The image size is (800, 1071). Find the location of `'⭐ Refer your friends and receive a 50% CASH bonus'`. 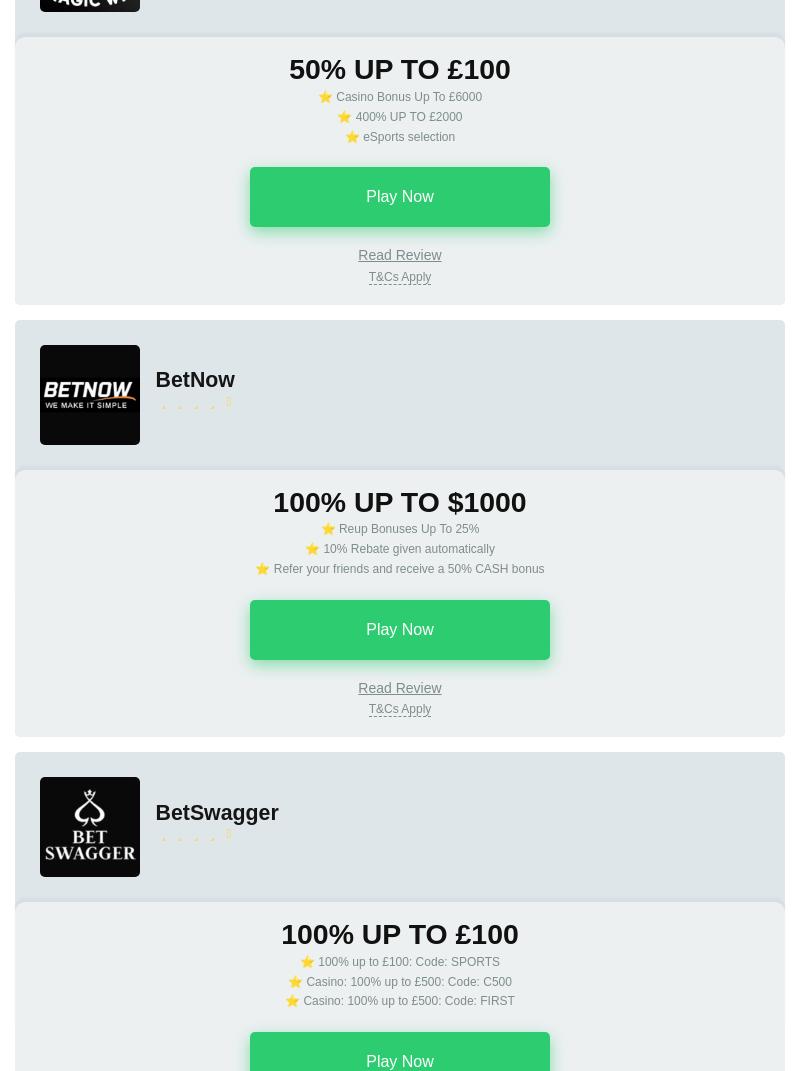

'⭐ Refer your friends and receive a 50% CASH bonus' is located at coordinates (253, 567).